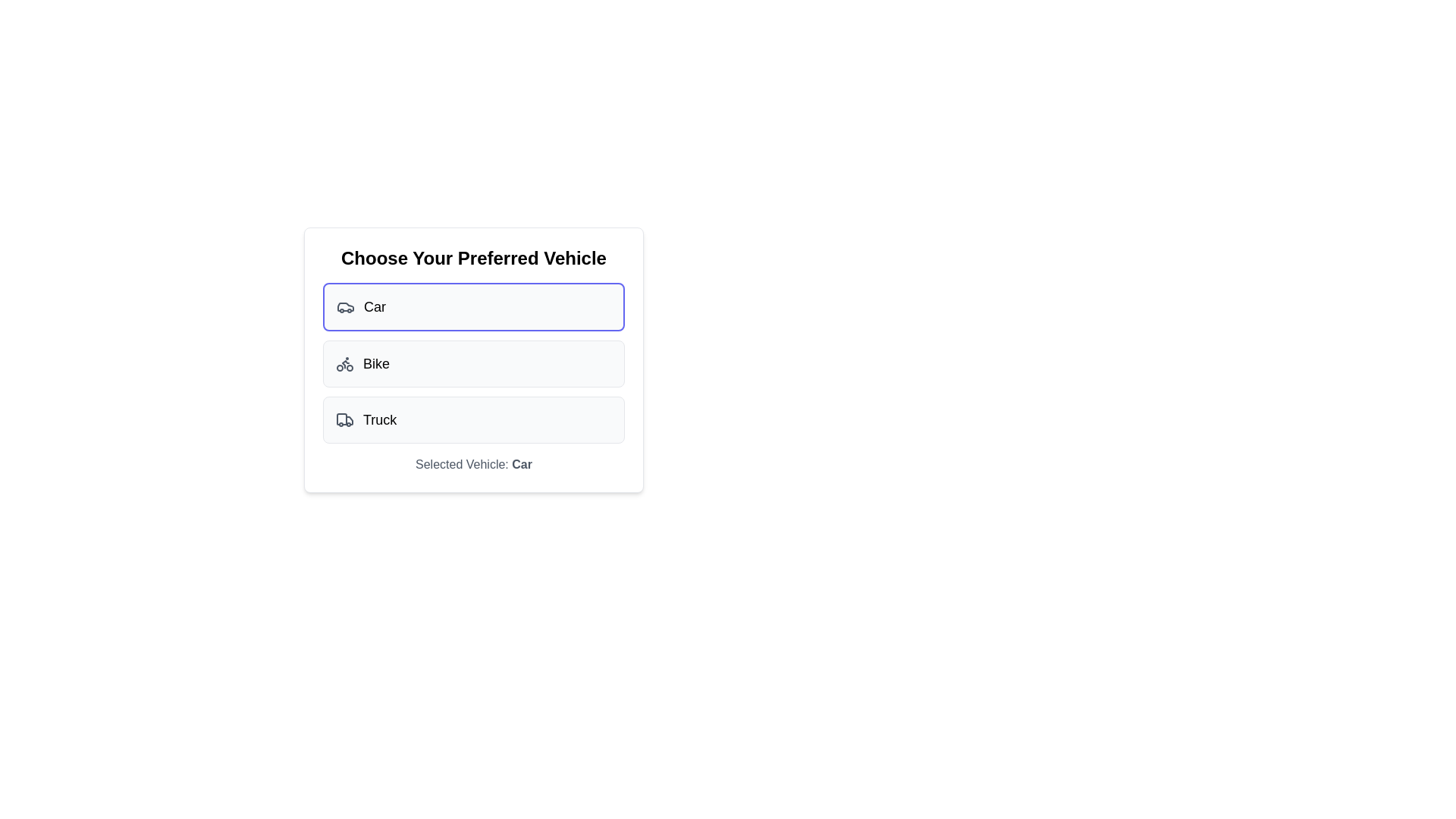  I want to click on the bold text label 'Car' which is the last word of 'Selected Vehicle: Car', located at the bottom center of the interface, so click(522, 463).